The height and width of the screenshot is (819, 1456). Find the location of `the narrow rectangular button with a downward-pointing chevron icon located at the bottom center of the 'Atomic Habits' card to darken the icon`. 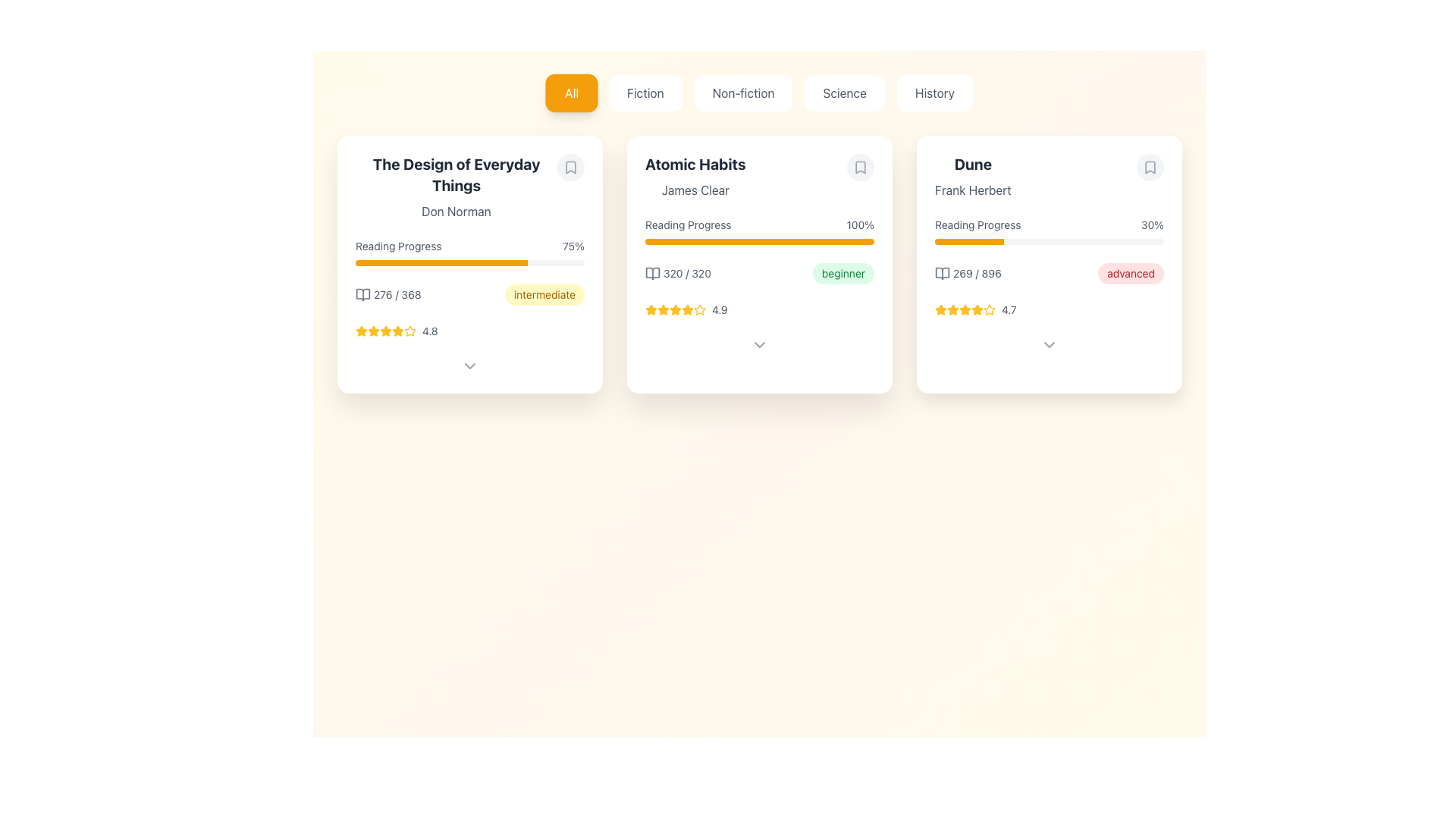

the narrow rectangular button with a downward-pointing chevron icon located at the bottom center of the 'Atomic Habits' card to darken the icon is located at coordinates (760, 345).